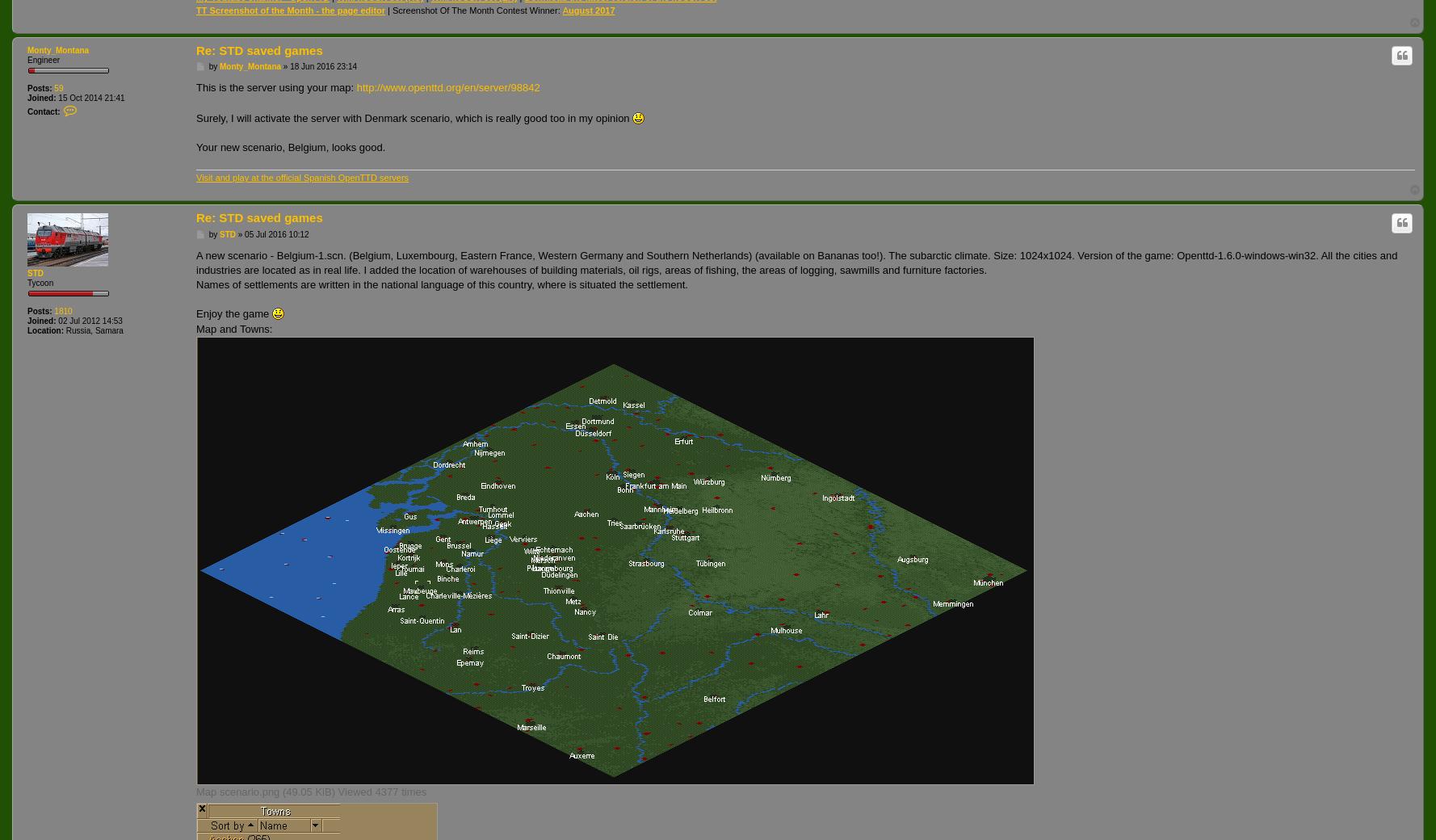  I want to click on 'Tycoon', so click(40, 282).